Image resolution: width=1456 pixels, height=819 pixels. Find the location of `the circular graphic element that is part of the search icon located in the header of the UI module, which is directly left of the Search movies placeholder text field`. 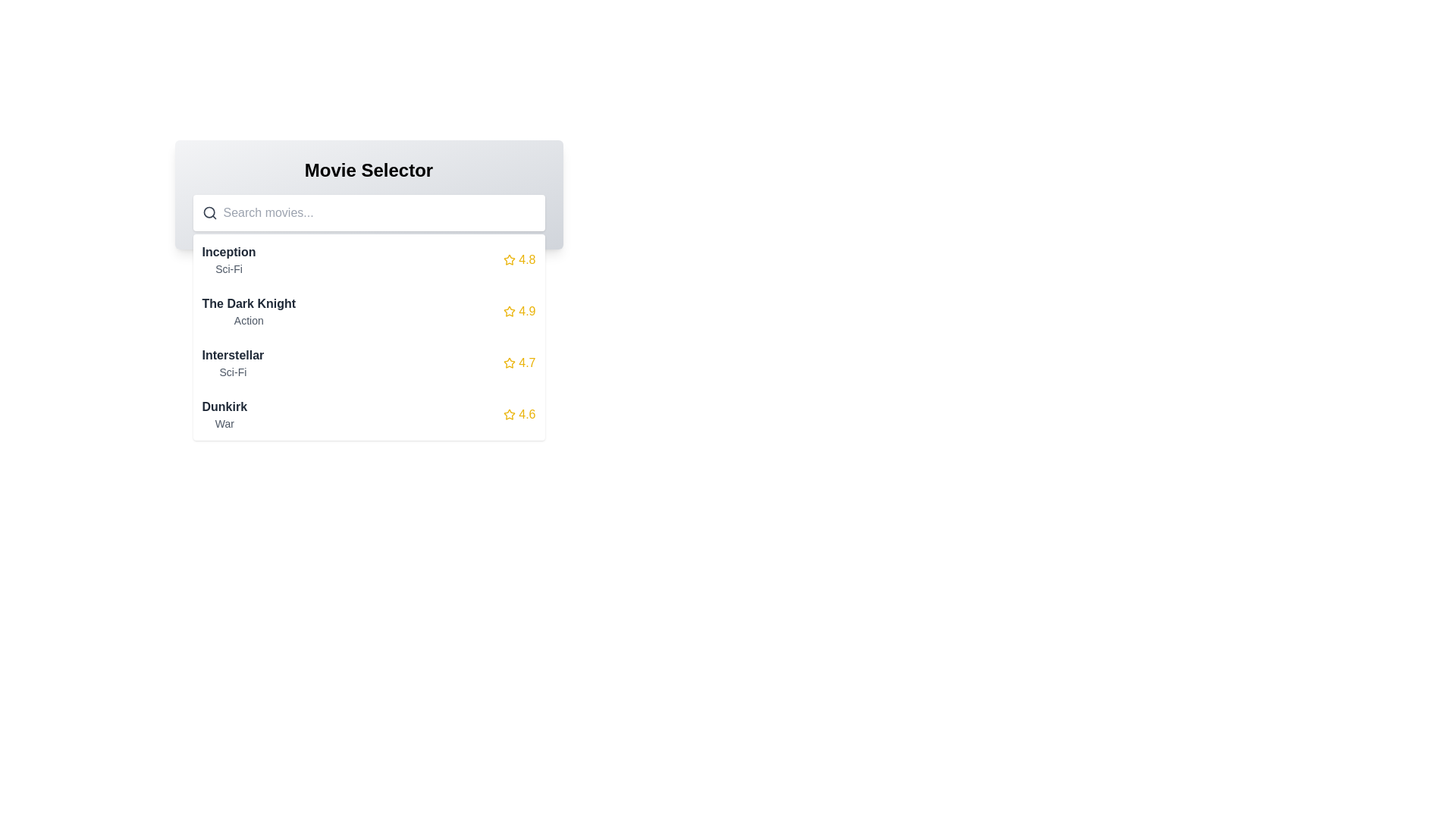

the circular graphic element that is part of the search icon located in the header of the UI module, which is directly left of the Search movies placeholder text field is located at coordinates (208, 212).